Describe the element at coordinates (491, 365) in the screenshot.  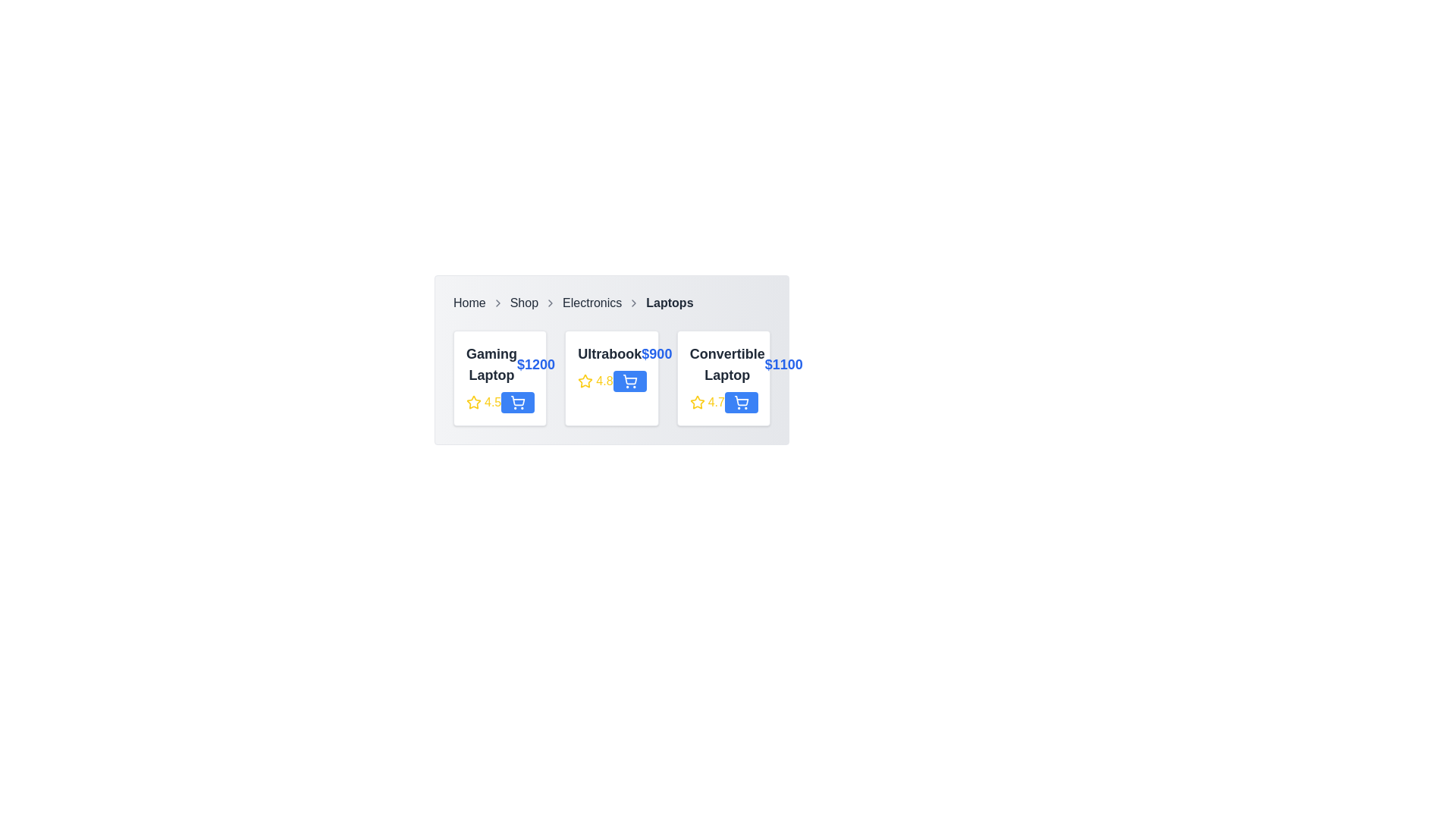
I see `the text label displaying 'Gaming Laptop' in bold, large font, which is part of a product card and positioned above a price tag` at that location.